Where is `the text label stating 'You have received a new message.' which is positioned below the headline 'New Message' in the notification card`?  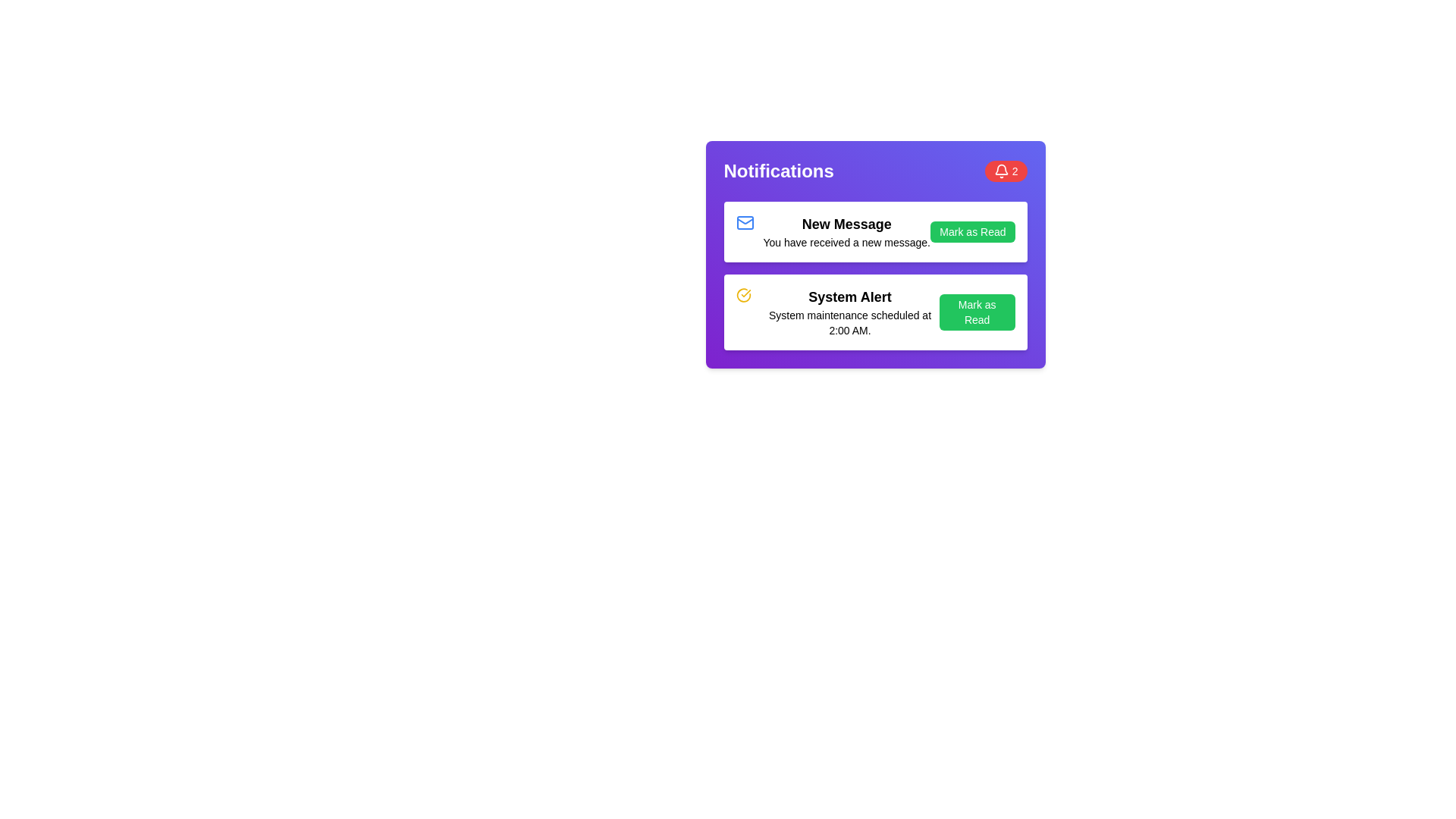 the text label stating 'You have received a new message.' which is positioned below the headline 'New Message' in the notification card is located at coordinates (846, 242).